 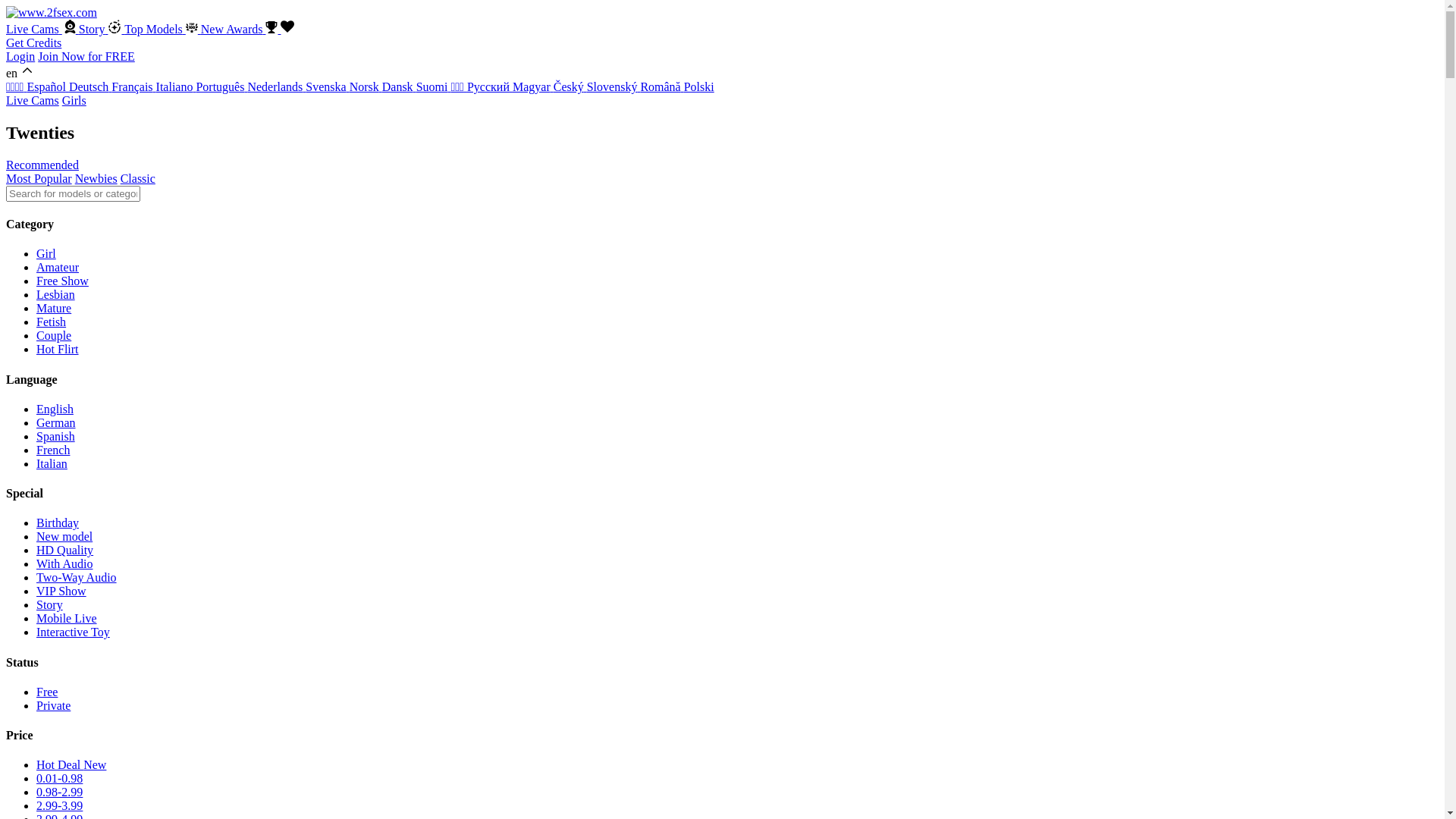 I want to click on 'Amateur', so click(x=58, y=266).